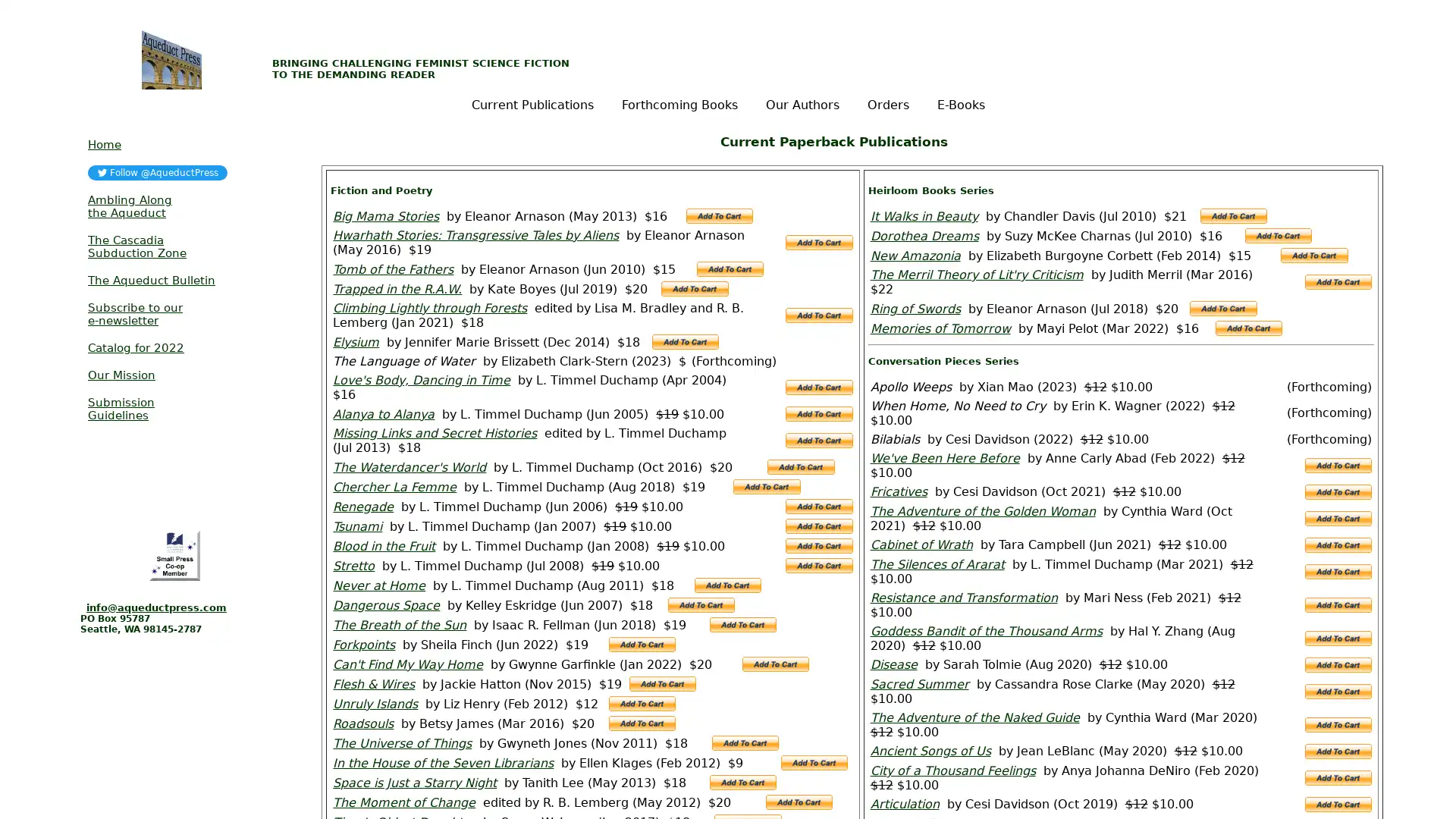 This screenshot has height=819, width=1456. I want to click on Make payments with PayPal - it\'s fast, free and secure!, so click(818, 242).